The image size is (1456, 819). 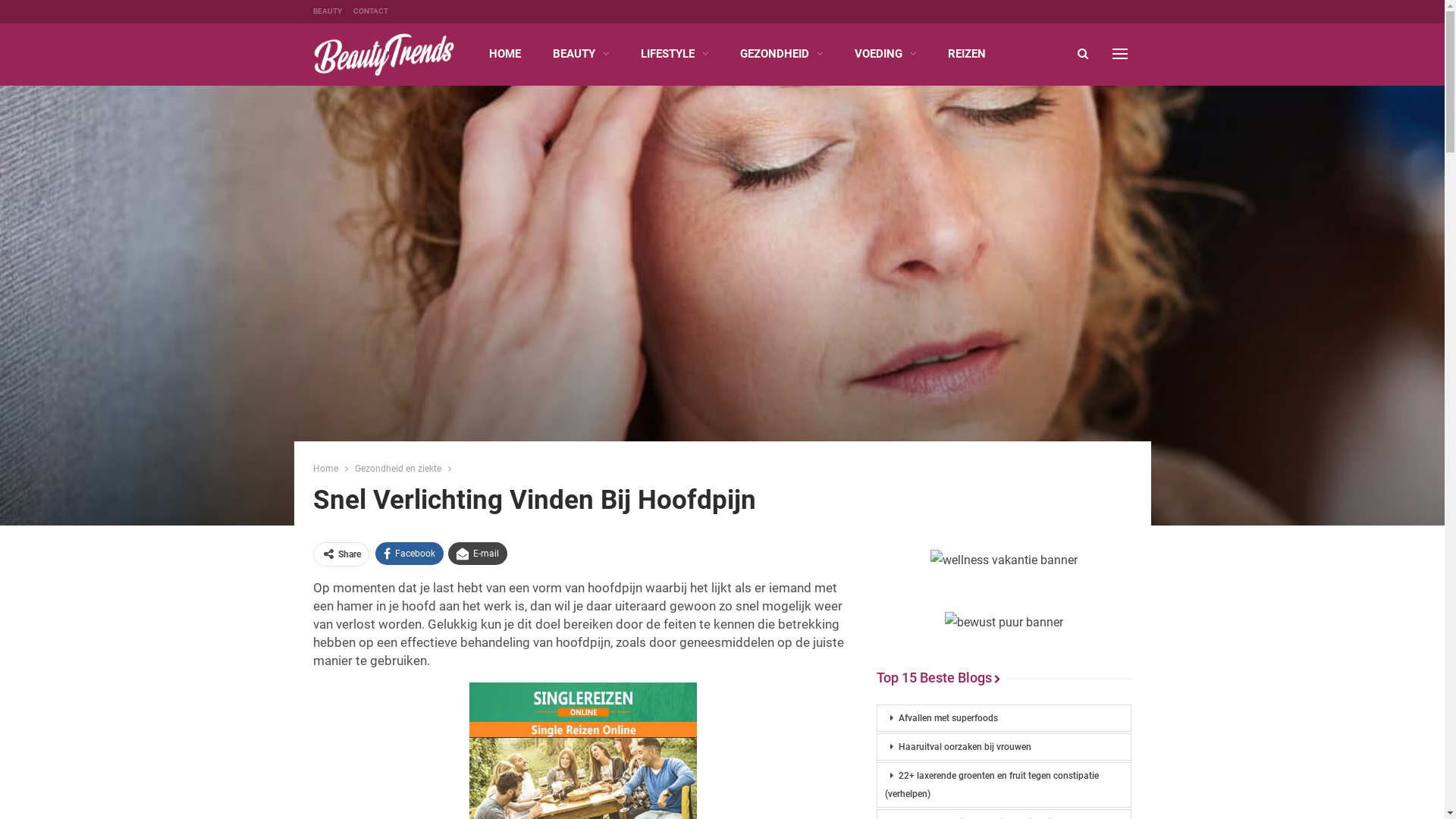 What do you see at coordinates (475, 52) in the screenshot?
I see `'HOME'` at bounding box center [475, 52].